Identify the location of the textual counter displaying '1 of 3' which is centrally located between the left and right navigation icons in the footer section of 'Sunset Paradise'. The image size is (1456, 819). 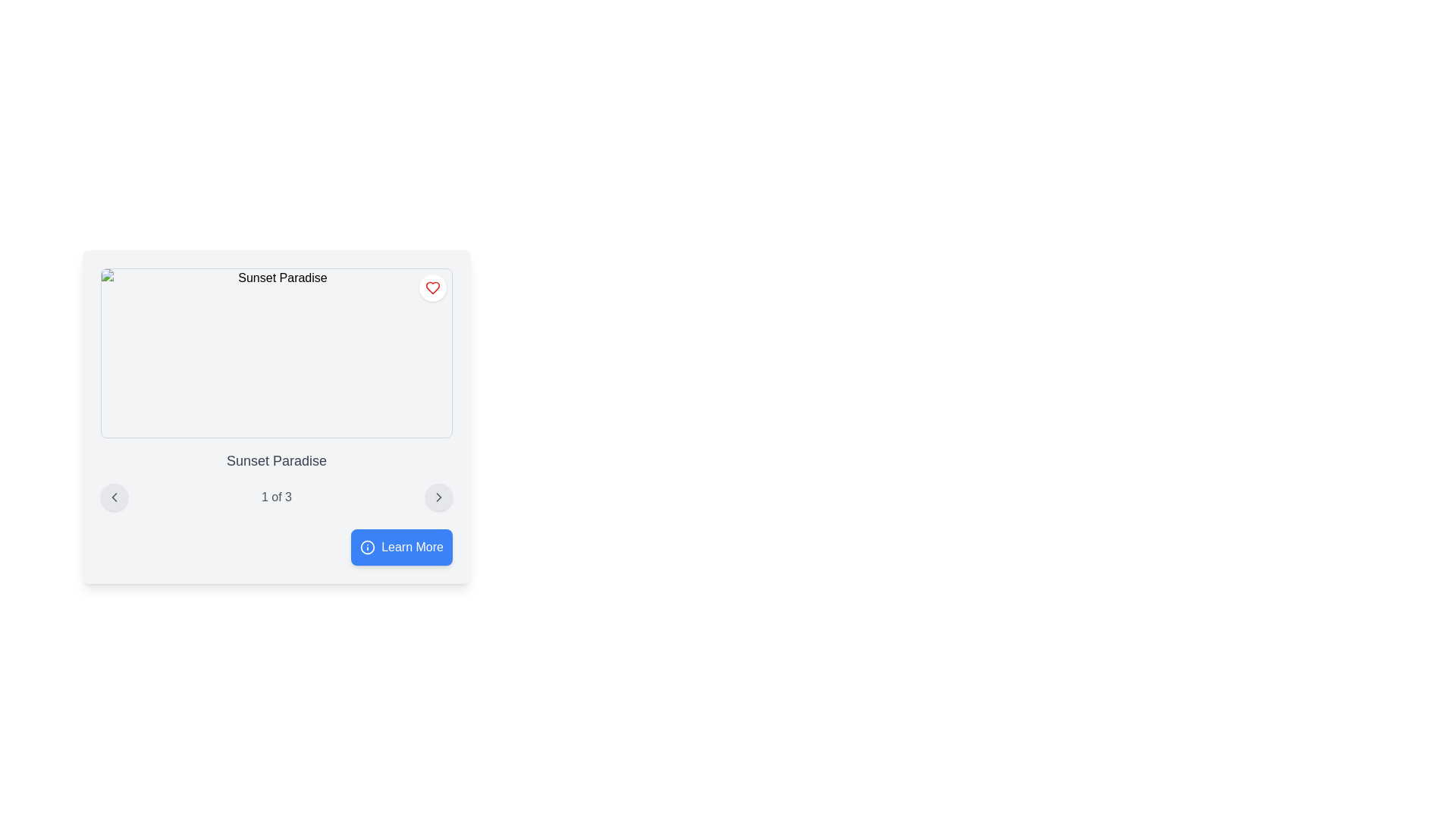
(276, 497).